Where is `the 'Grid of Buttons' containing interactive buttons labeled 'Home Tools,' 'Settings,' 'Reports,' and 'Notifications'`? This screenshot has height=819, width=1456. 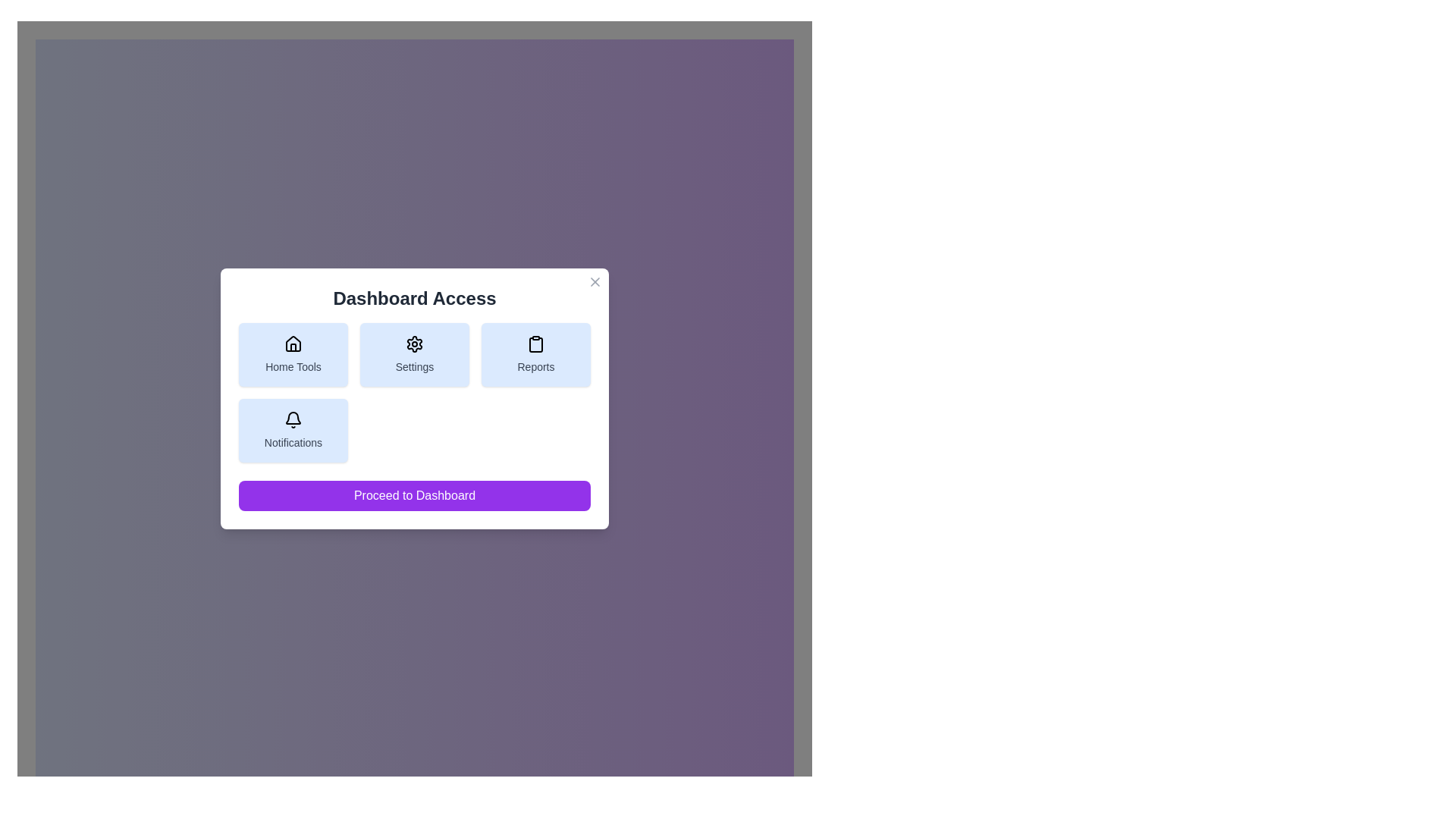
the 'Grid of Buttons' containing interactive buttons labeled 'Home Tools,' 'Settings,' 'Reports,' and 'Notifications' is located at coordinates (415, 391).